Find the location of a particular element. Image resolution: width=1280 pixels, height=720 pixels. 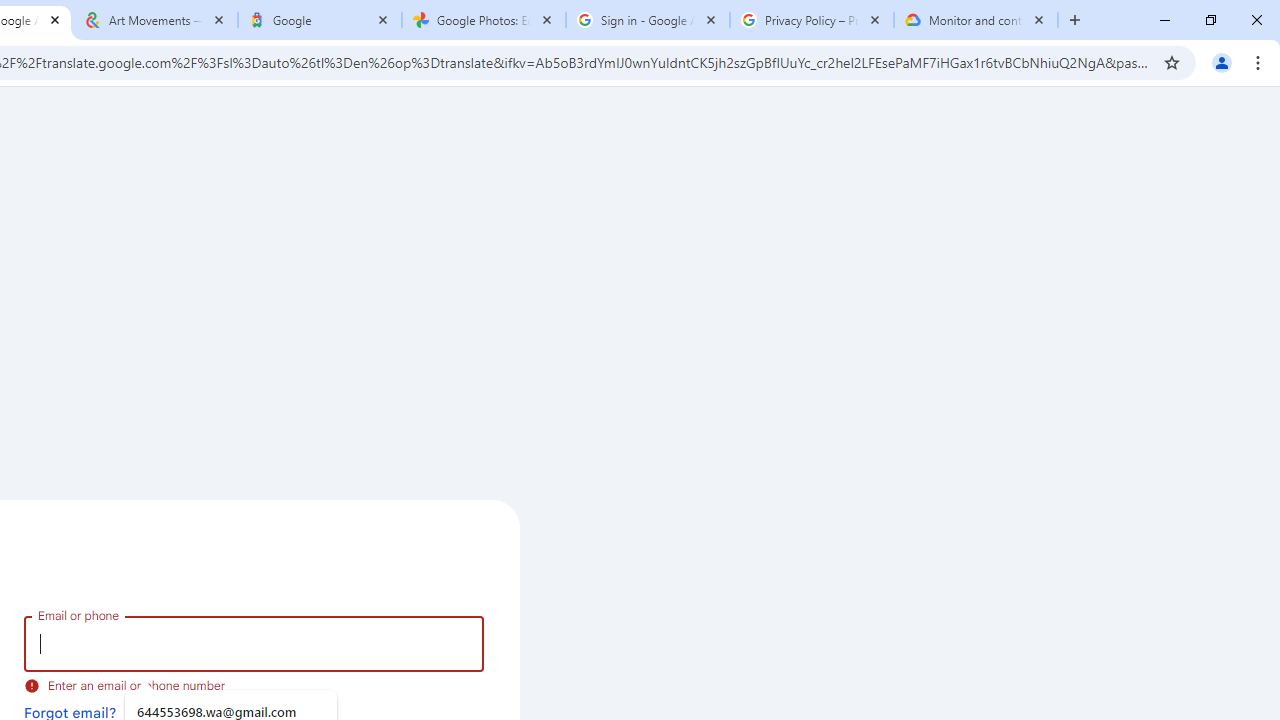

'Email or phone' is located at coordinates (253, 643).